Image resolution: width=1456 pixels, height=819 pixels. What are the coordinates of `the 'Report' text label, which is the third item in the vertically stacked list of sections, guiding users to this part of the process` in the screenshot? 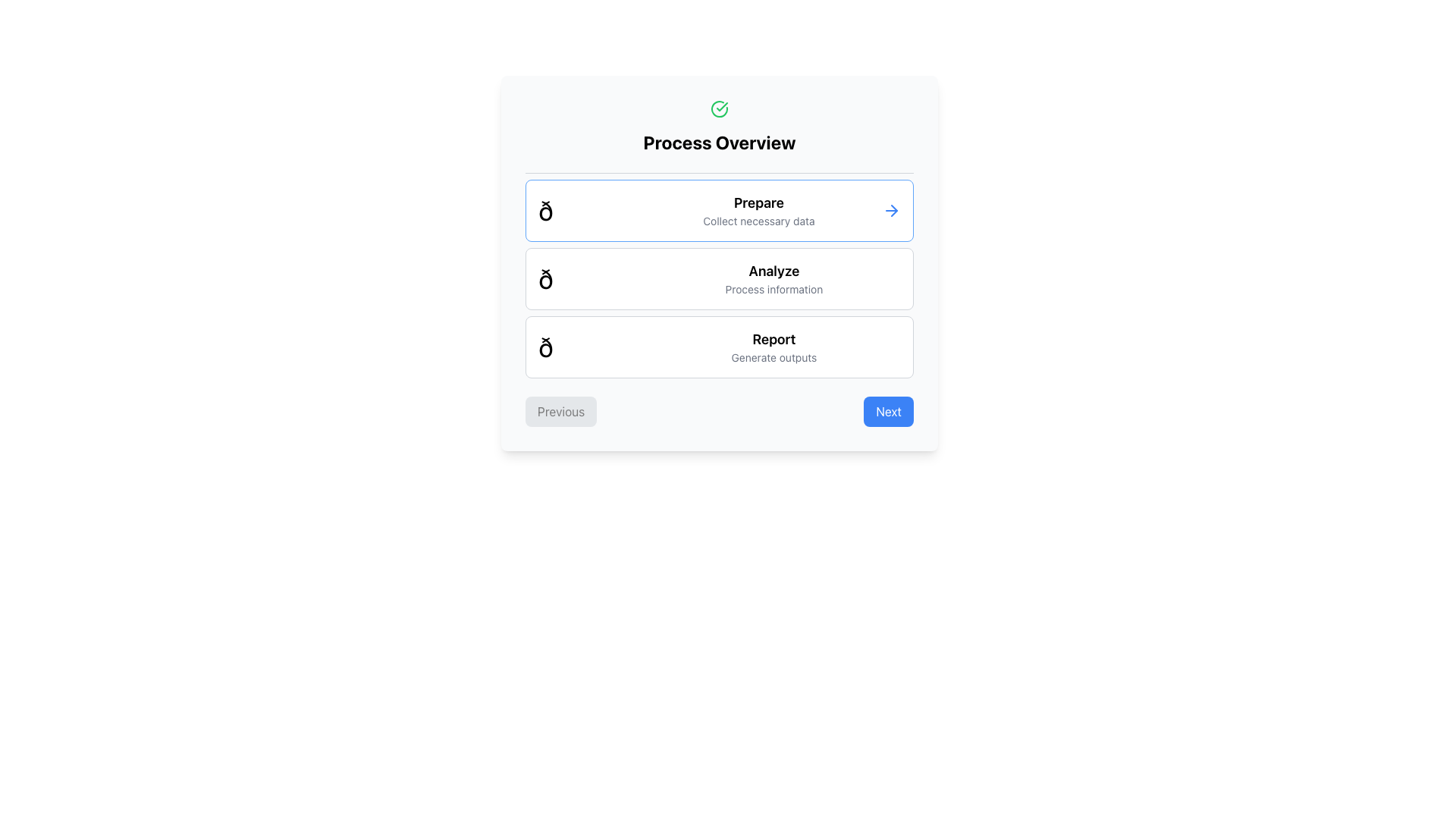 It's located at (773, 338).